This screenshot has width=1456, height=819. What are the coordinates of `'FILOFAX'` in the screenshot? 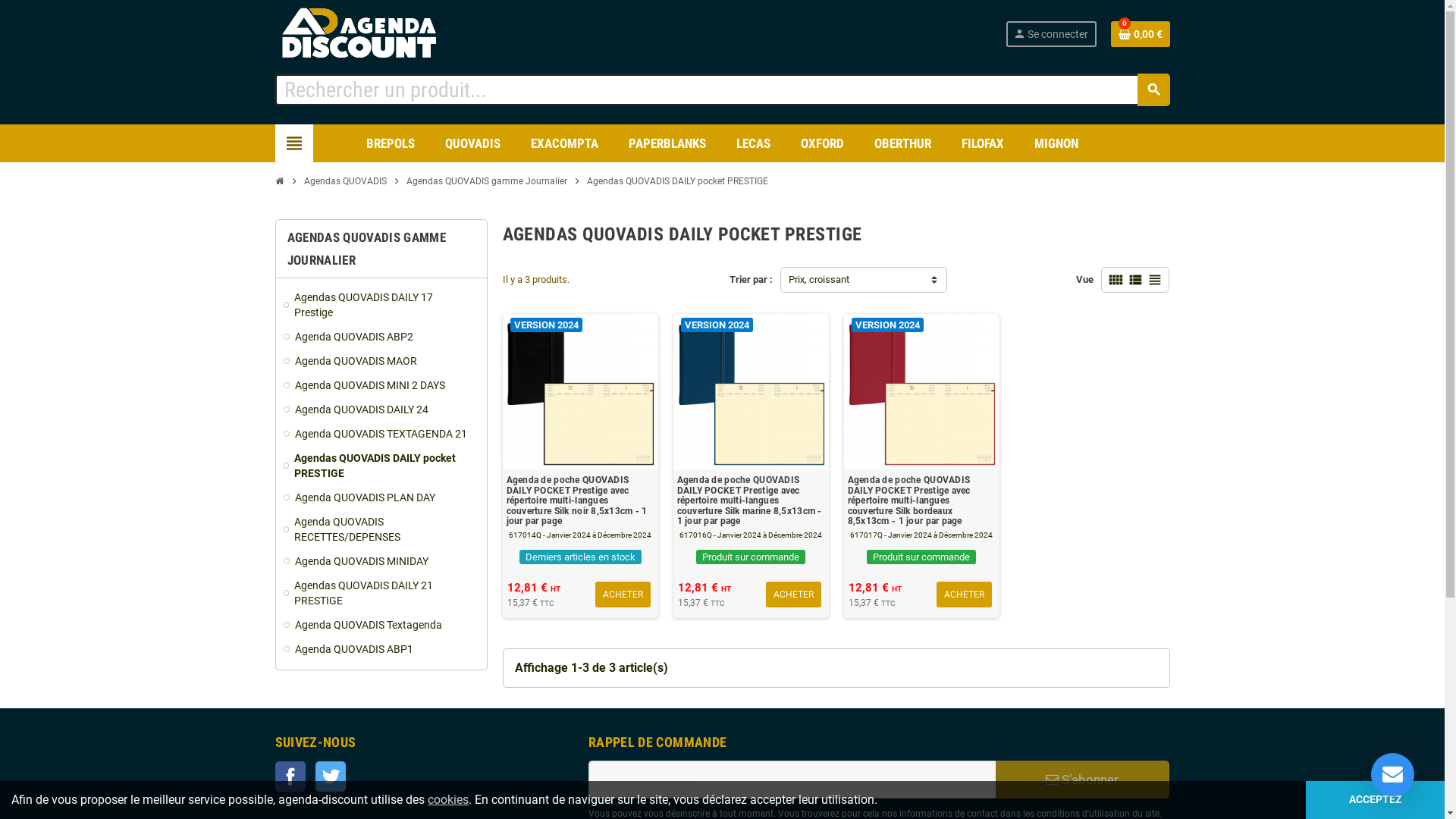 It's located at (983, 143).